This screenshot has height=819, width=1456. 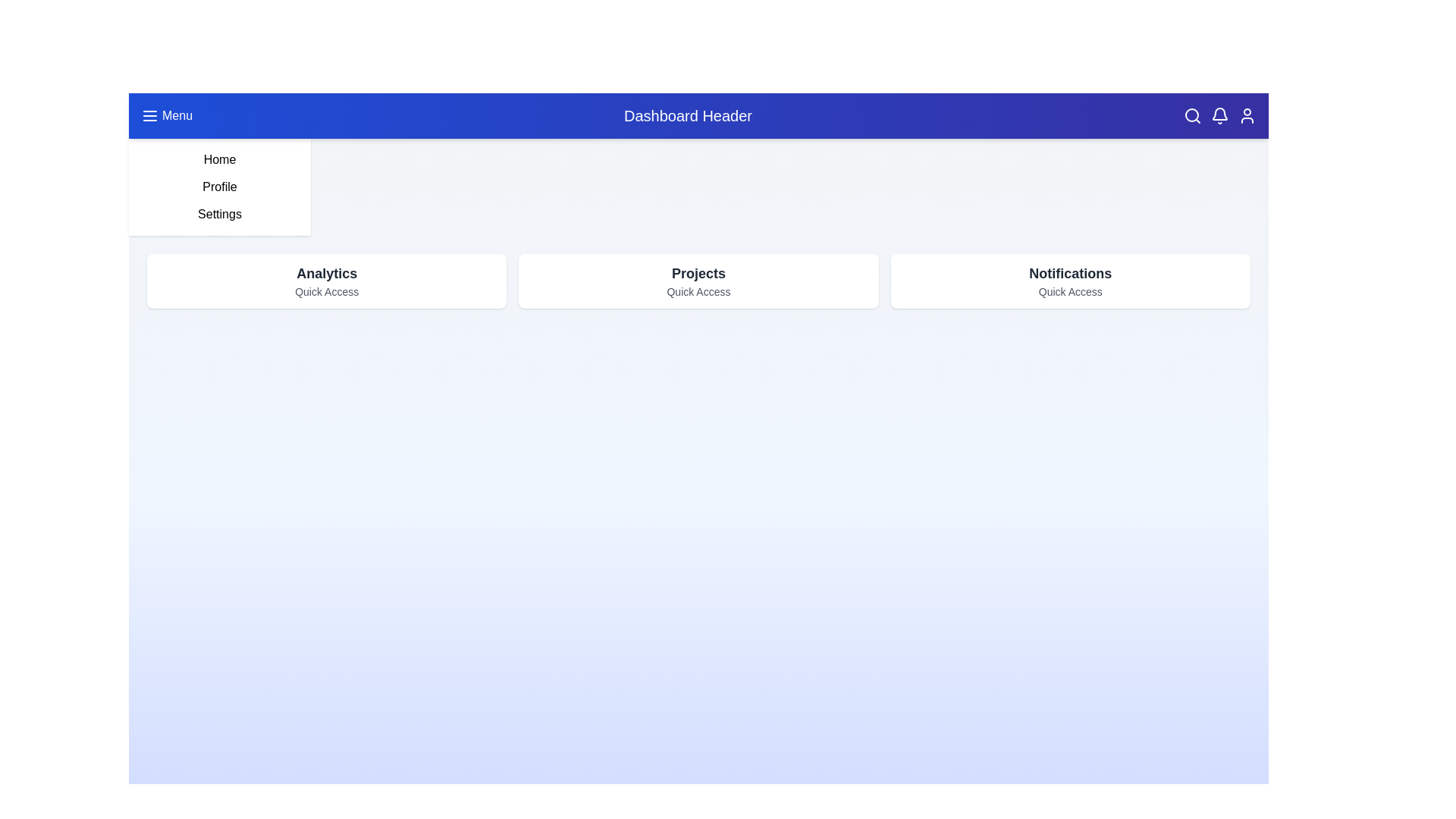 I want to click on the menu option Profile from the menu, so click(x=218, y=186).